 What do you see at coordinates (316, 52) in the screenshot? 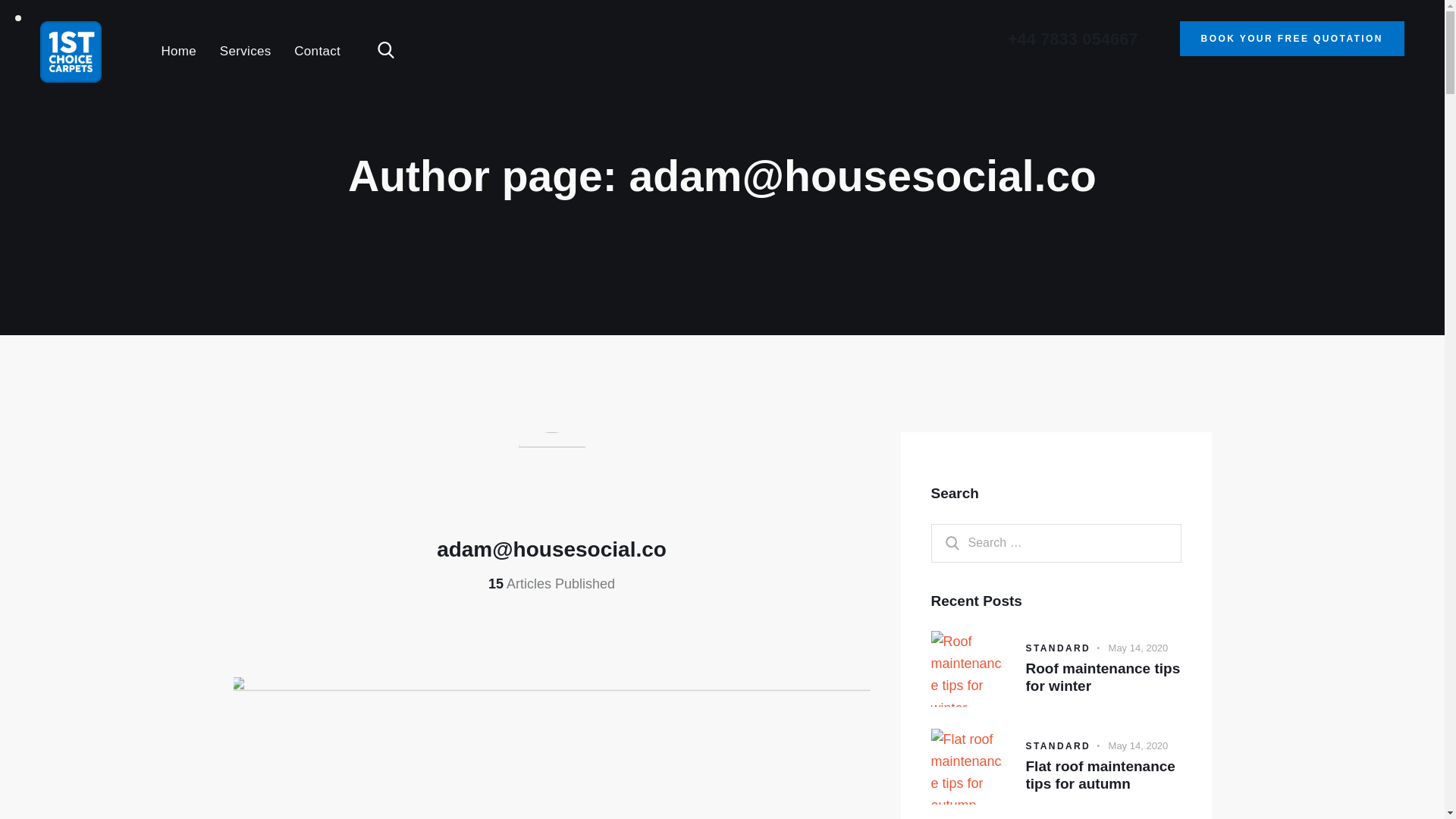
I see `'Contact'` at bounding box center [316, 52].